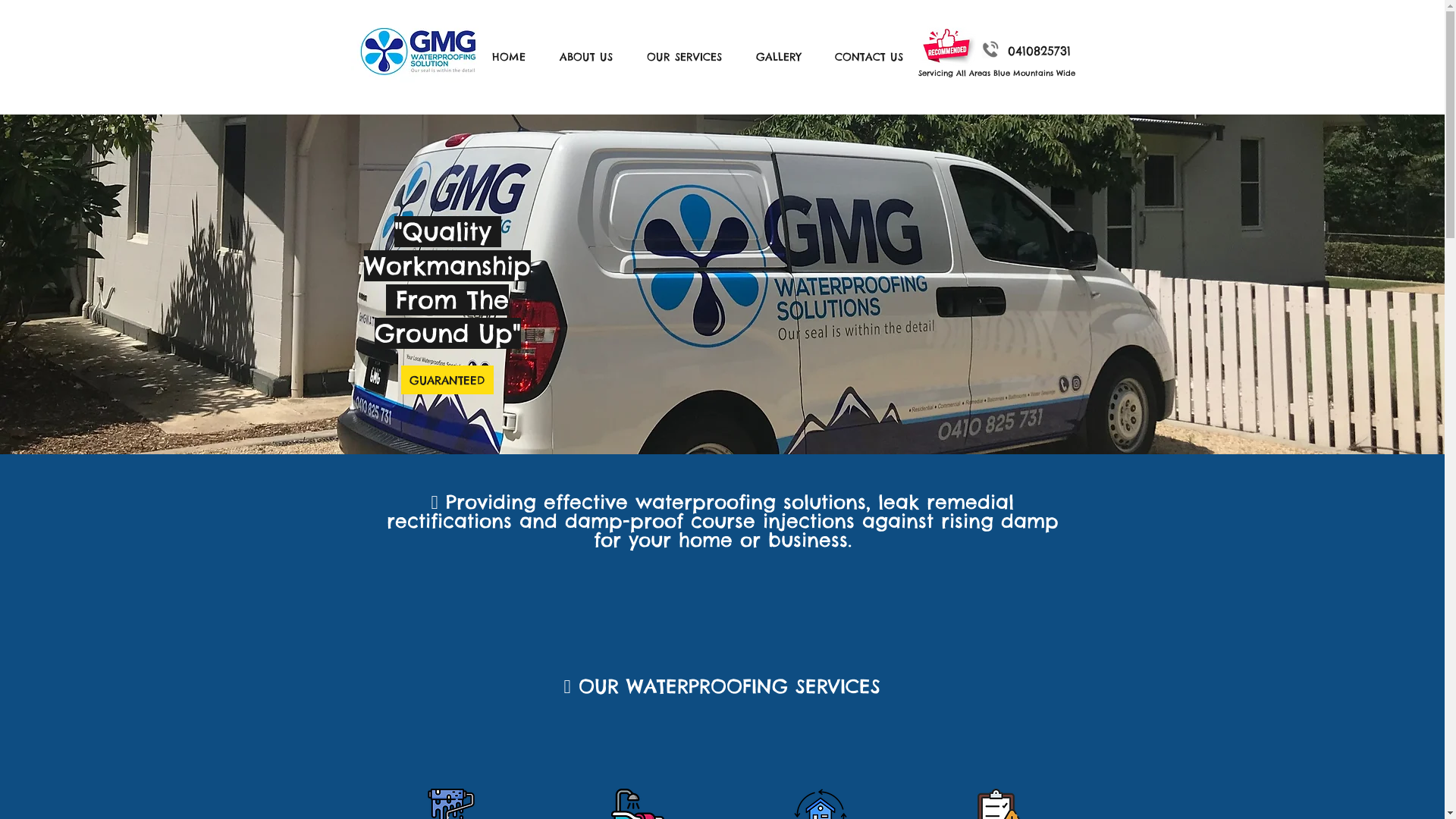  Describe the element at coordinates (546, 55) in the screenshot. I see `'ABOUT US'` at that location.